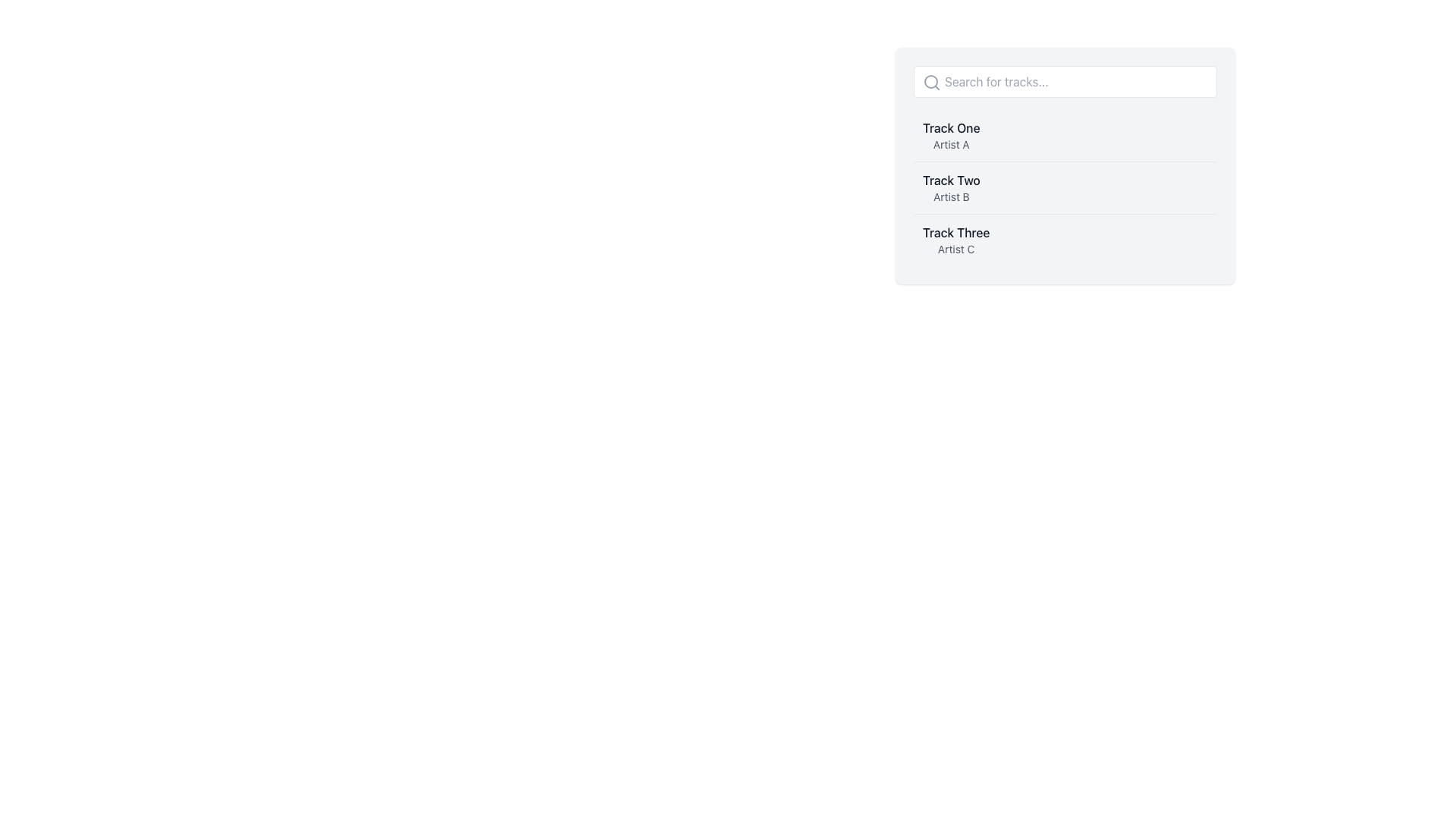 Image resolution: width=1456 pixels, height=819 pixels. I want to click on the list item displaying 'Track Three' by 'Artist C', so click(955, 239).